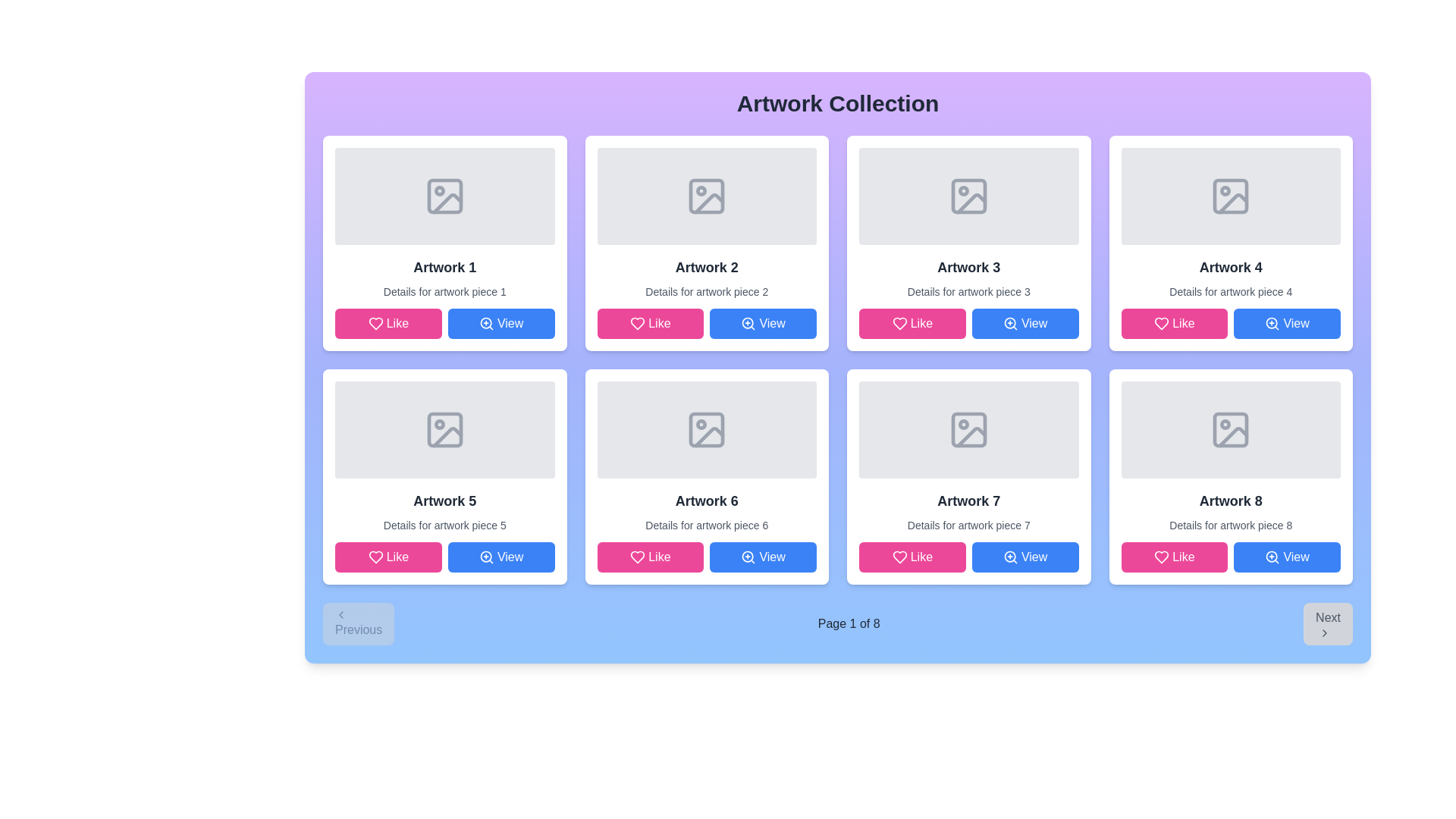 The height and width of the screenshot is (819, 1456). What do you see at coordinates (486, 323) in the screenshot?
I see `the zoom-in icon located within the blue 'View' button of the 'Artwork Collection' grid` at bounding box center [486, 323].